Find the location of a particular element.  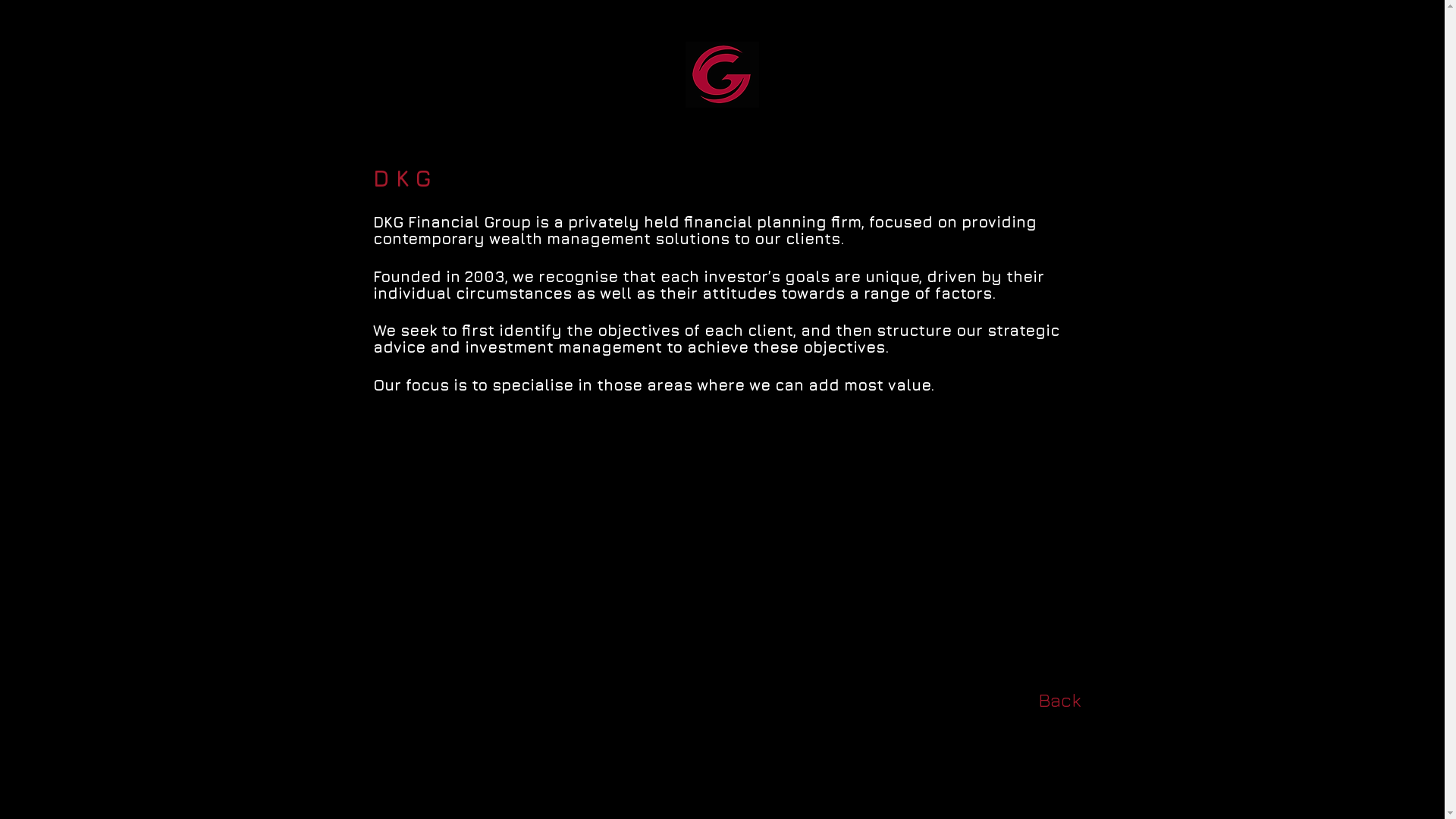

'Back' is located at coordinates (1058, 698).